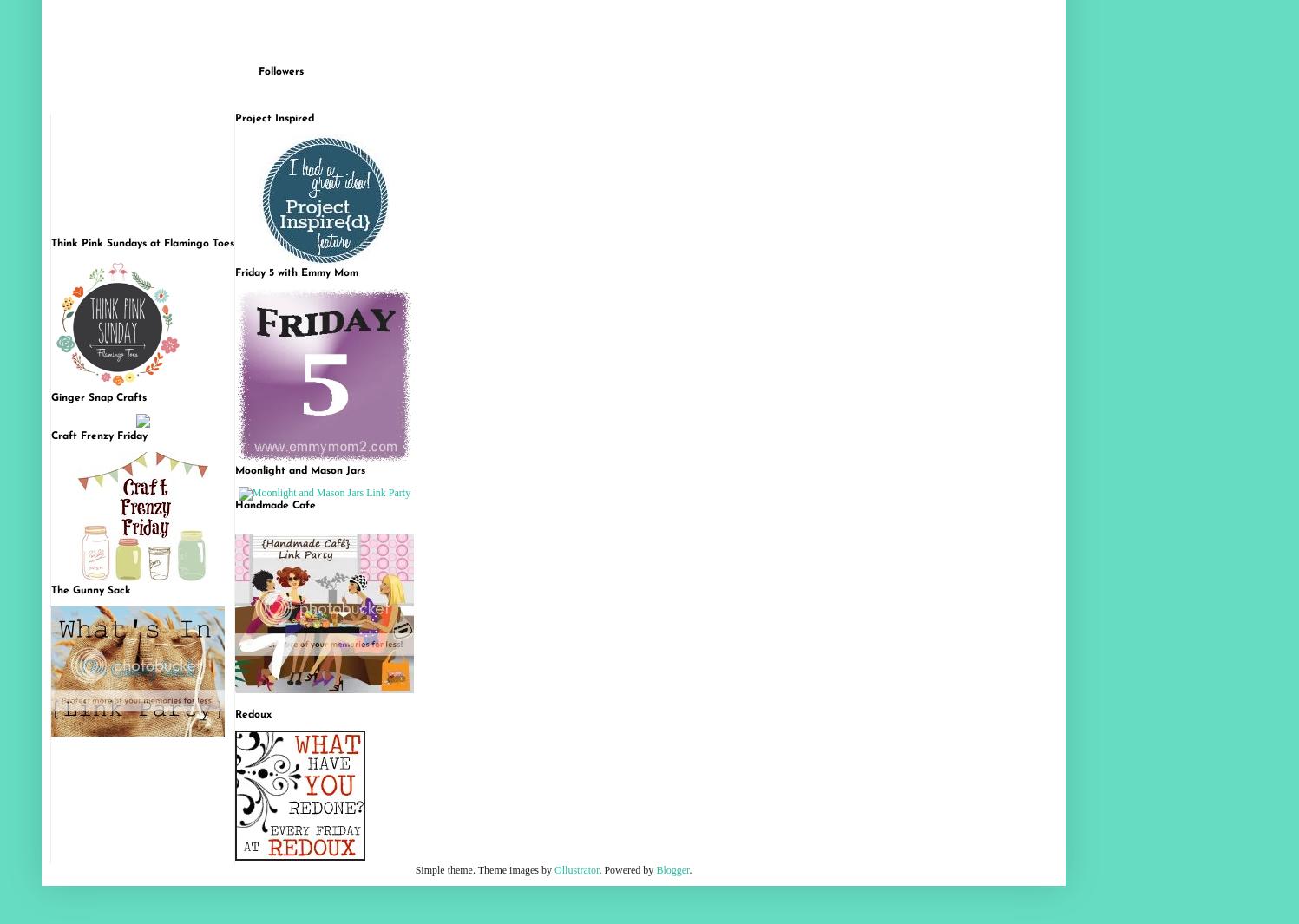 The image size is (1299, 924). I want to click on 'Think Pink Sundays at Flamingo Toes', so click(141, 241).